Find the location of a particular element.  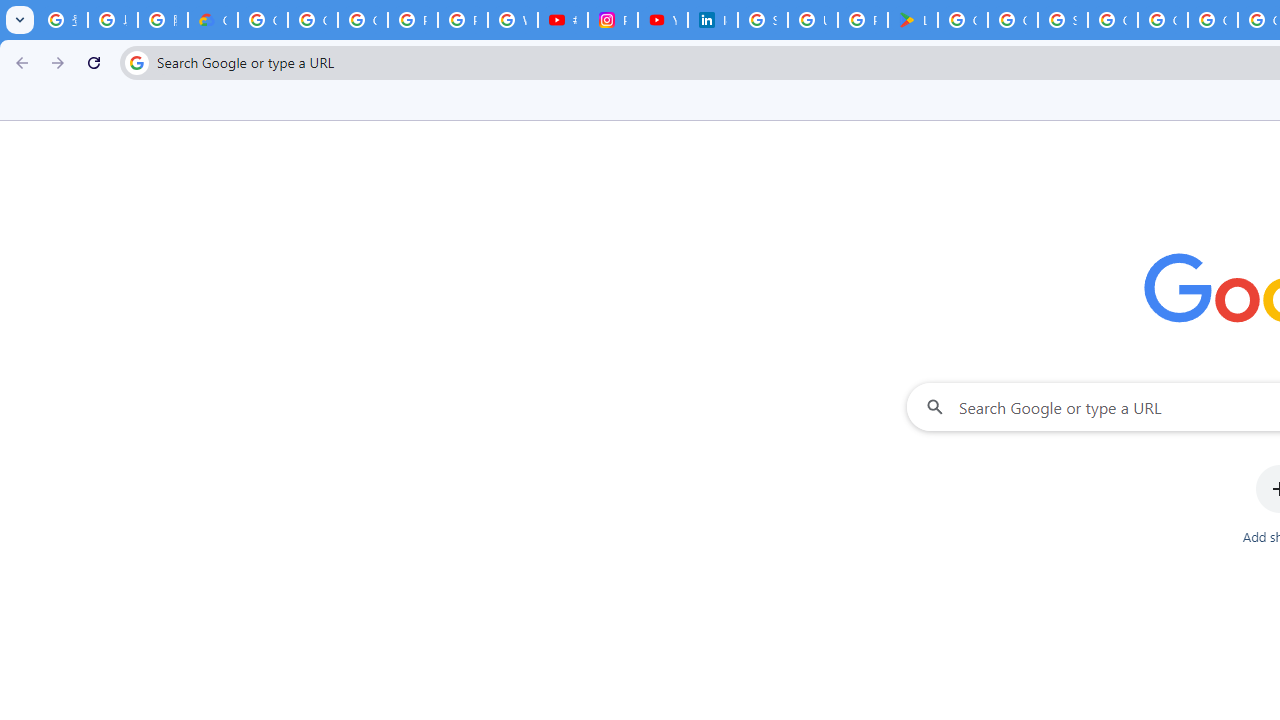

'YouTube Culture & Trends - On The Rise: Handcam Videos' is located at coordinates (663, 20).